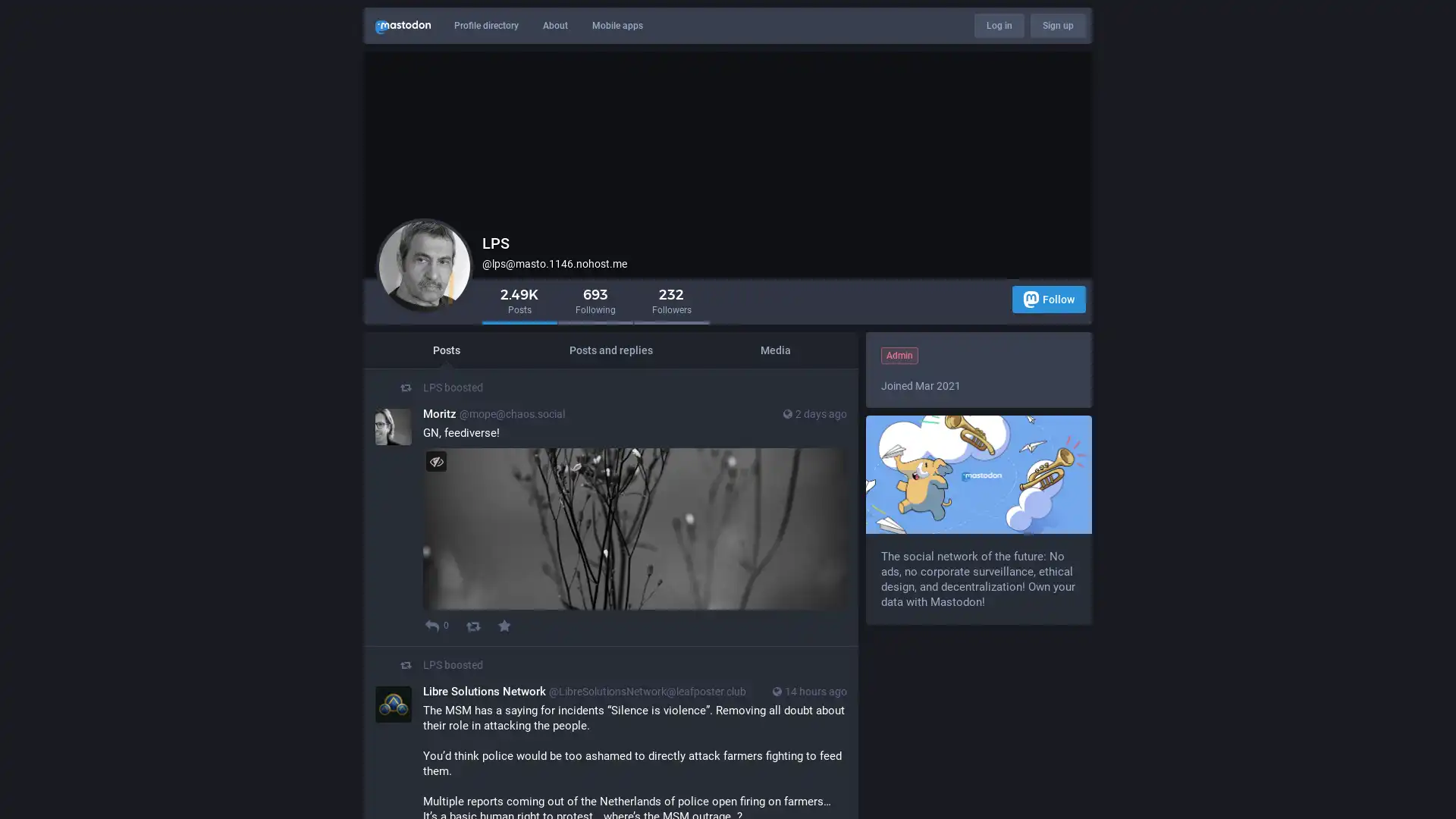 Image resolution: width=1456 pixels, height=819 pixels. What do you see at coordinates (435, 460) in the screenshot?
I see `Hide image` at bounding box center [435, 460].